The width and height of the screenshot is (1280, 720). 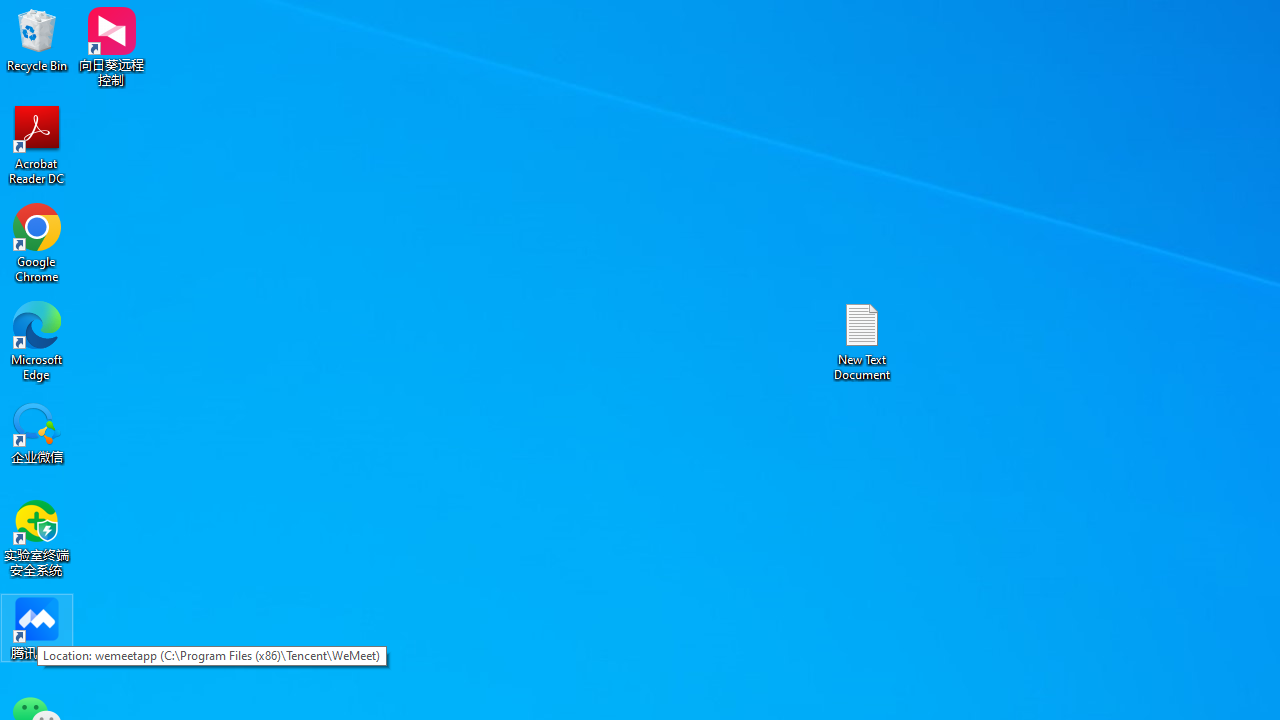 I want to click on 'Google Chrome', so click(x=37, y=242).